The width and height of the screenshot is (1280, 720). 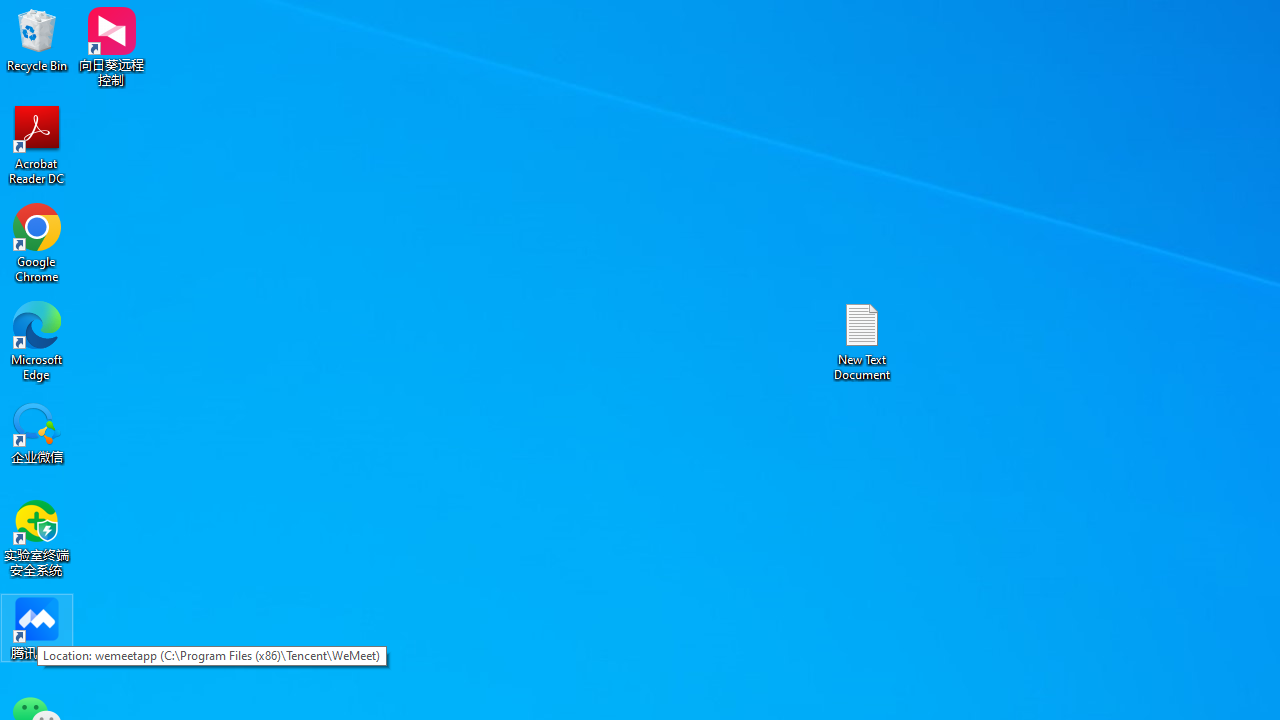 I want to click on 'Google Chrome', so click(x=37, y=242).